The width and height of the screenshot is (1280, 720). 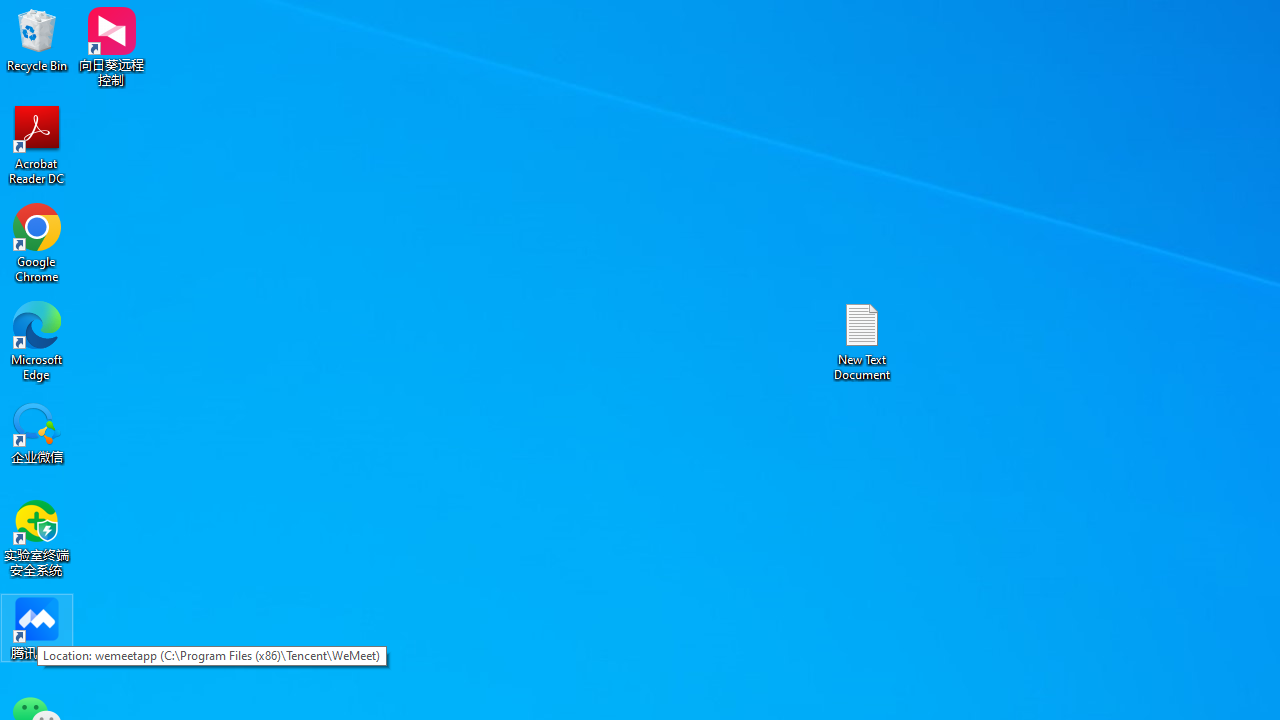 I want to click on 'Google Chrome', so click(x=37, y=242).